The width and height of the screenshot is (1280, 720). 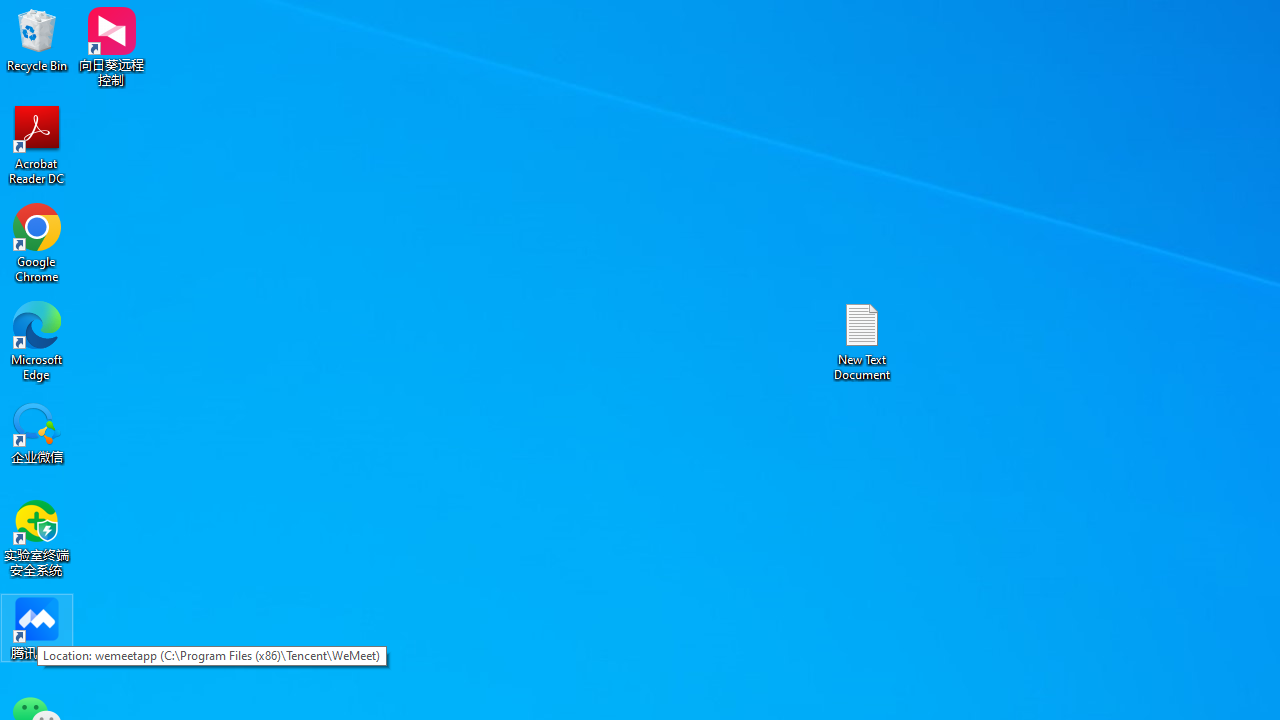 I want to click on 'Google Chrome', so click(x=37, y=242).